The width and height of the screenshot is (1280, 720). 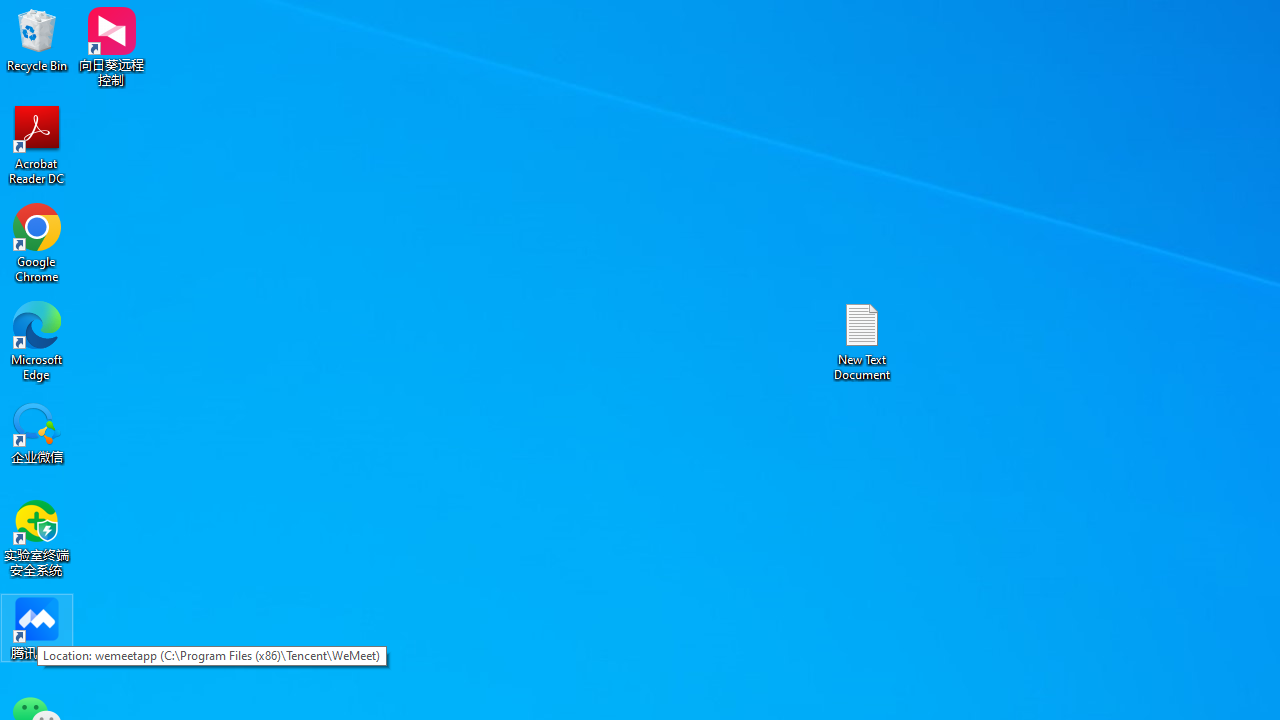 I want to click on 'Google Chrome', so click(x=37, y=242).